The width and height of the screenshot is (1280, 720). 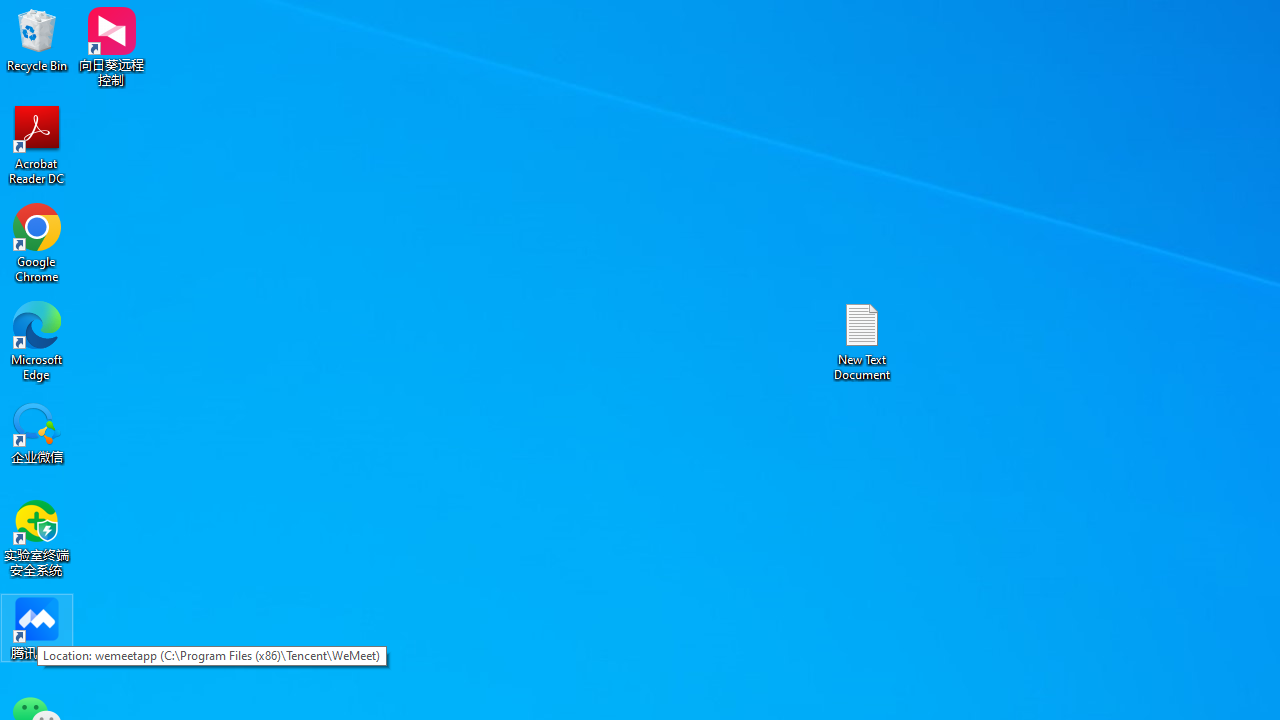 I want to click on 'Google Chrome', so click(x=37, y=242).